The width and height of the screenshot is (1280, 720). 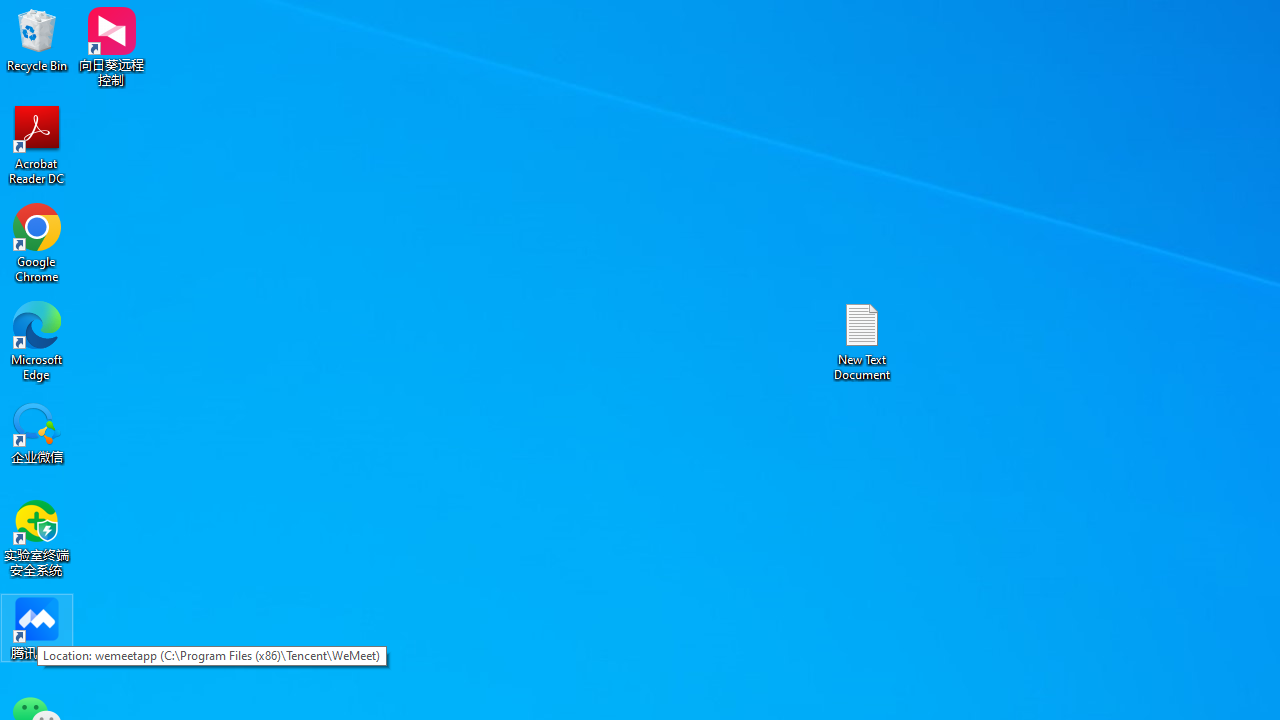 I want to click on 'Google Chrome', so click(x=37, y=242).